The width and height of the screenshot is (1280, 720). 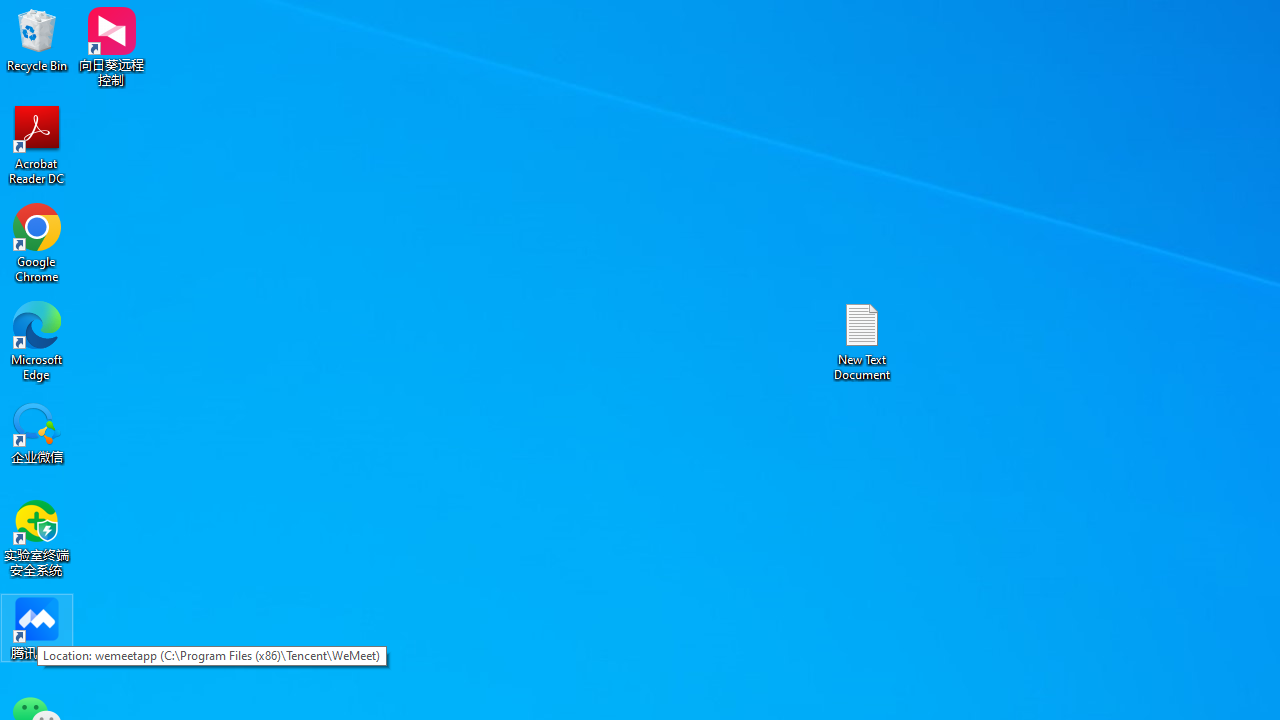 I want to click on 'Google Chrome', so click(x=37, y=242).